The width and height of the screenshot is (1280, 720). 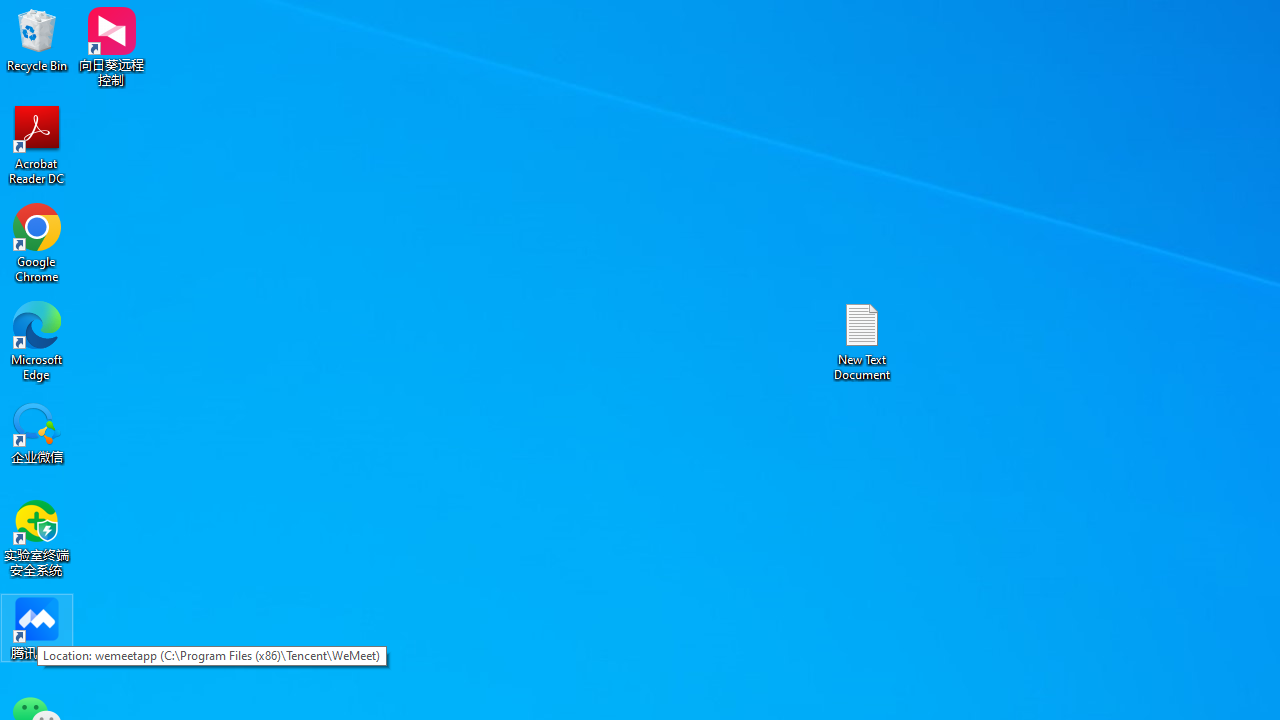 I want to click on 'Google Chrome', so click(x=37, y=242).